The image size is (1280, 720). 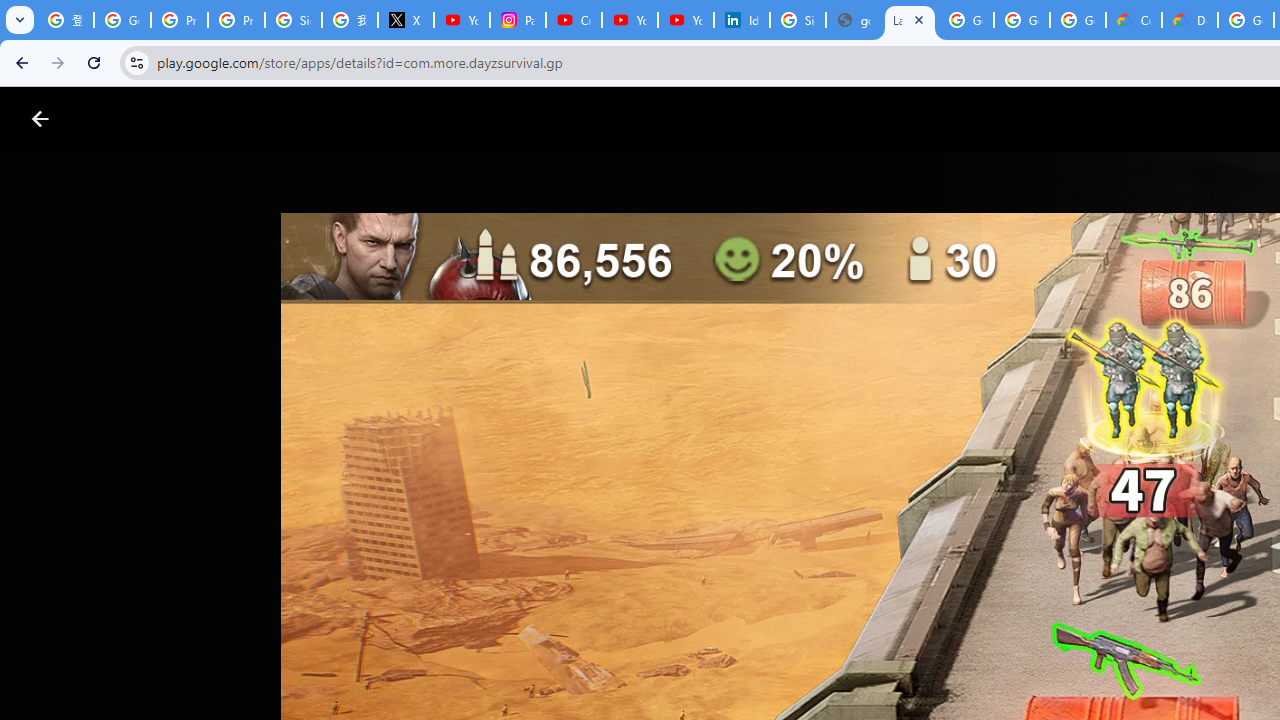 What do you see at coordinates (111, 119) in the screenshot?
I see `'Google Play logo'` at bounding box center [111, 119].